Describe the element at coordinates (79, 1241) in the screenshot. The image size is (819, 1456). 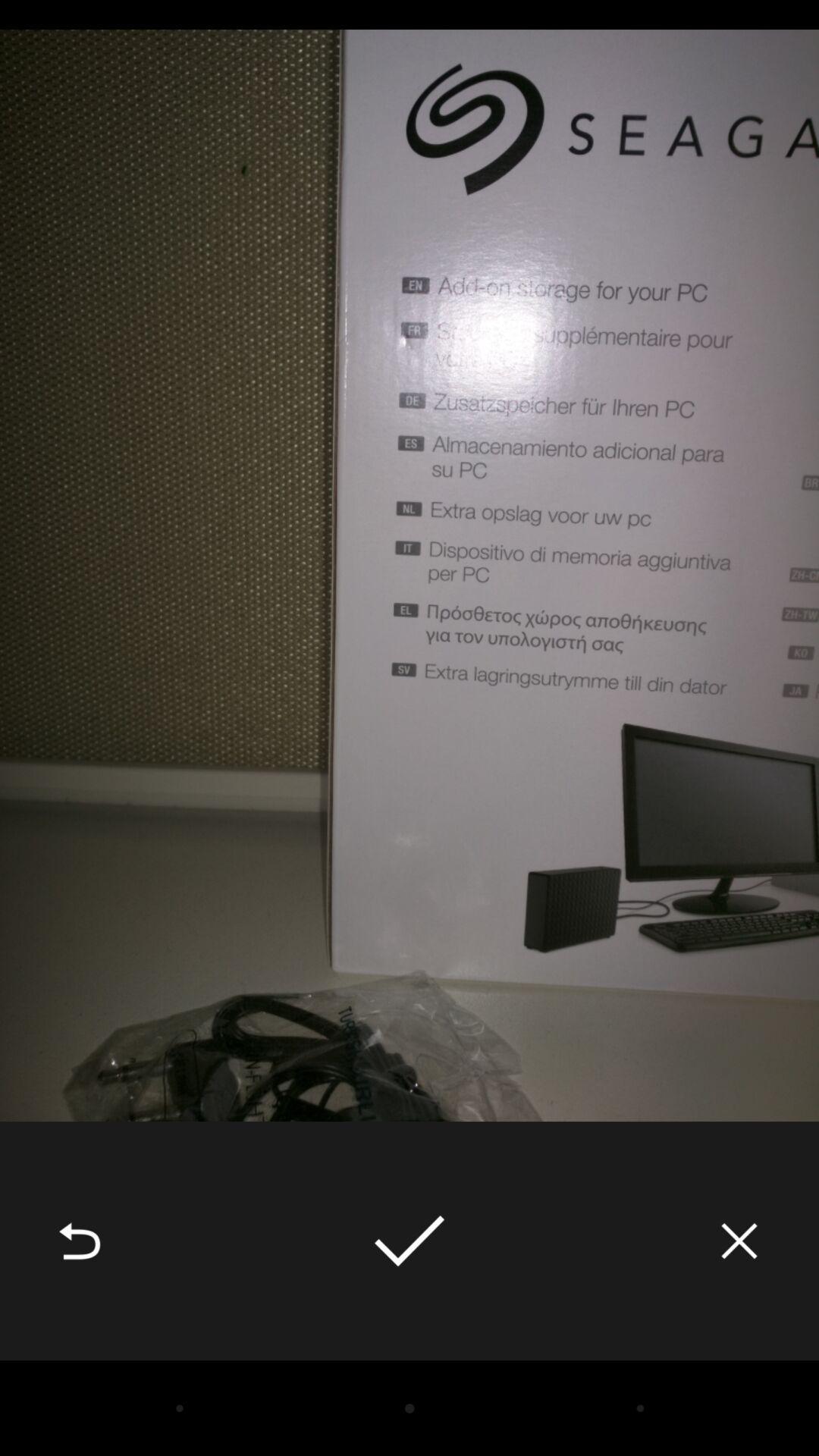
I see `icon at the bottom left corner` at that location.